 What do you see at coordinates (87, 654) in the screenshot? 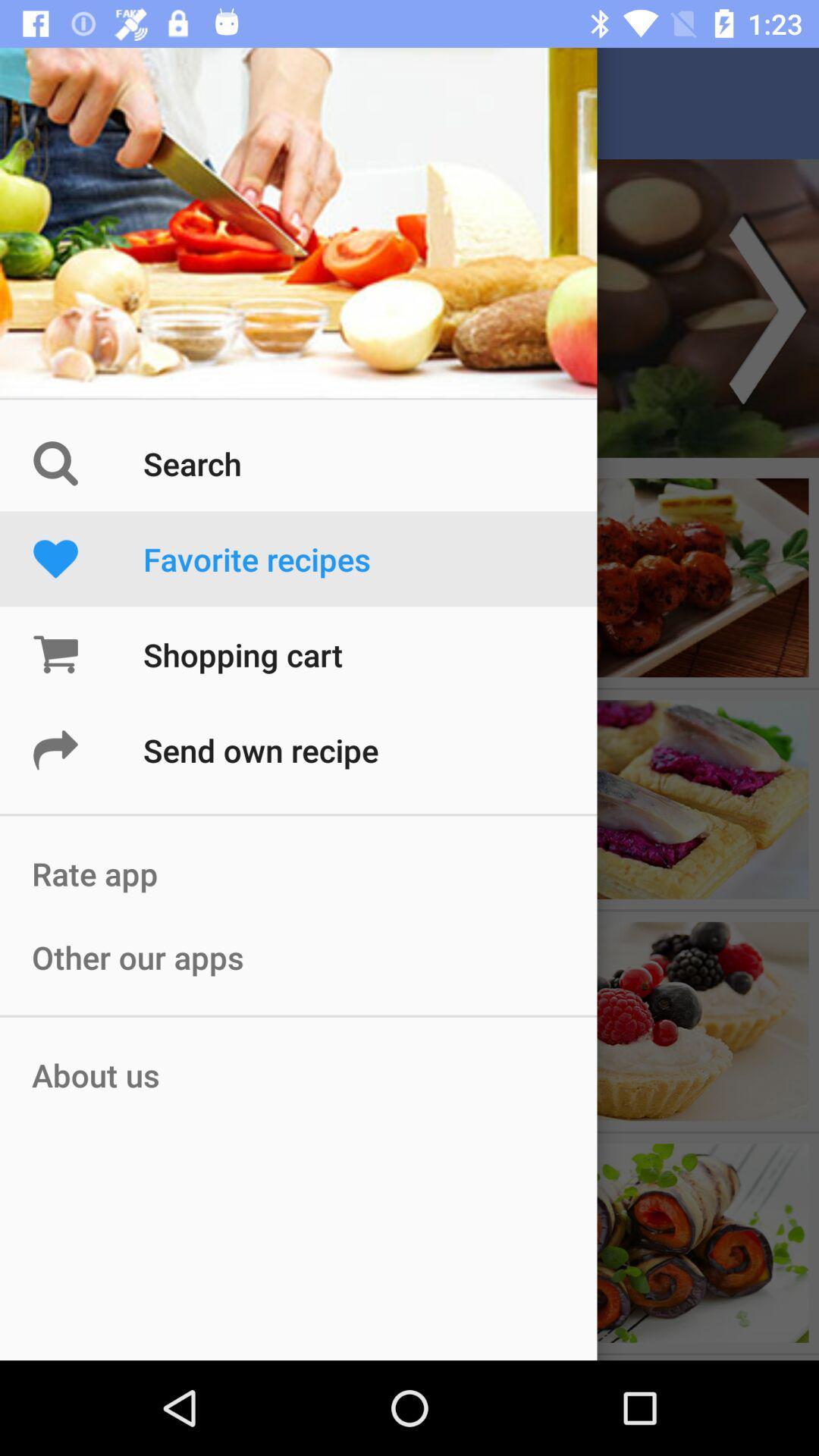
I see `the cart icon beside shopping cart` at bounding box center [87, 654].